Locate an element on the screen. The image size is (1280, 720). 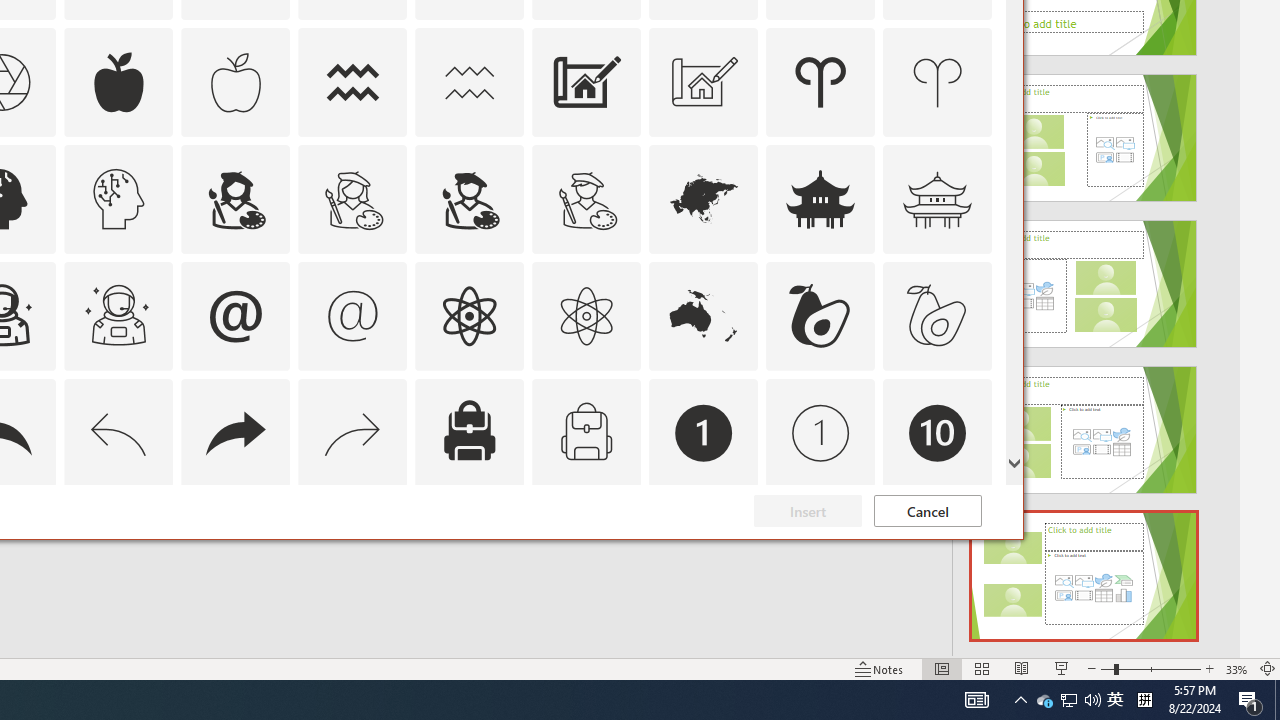
'AutomationID: Icons_Badge1_M' is located at coordinates (821, 431).